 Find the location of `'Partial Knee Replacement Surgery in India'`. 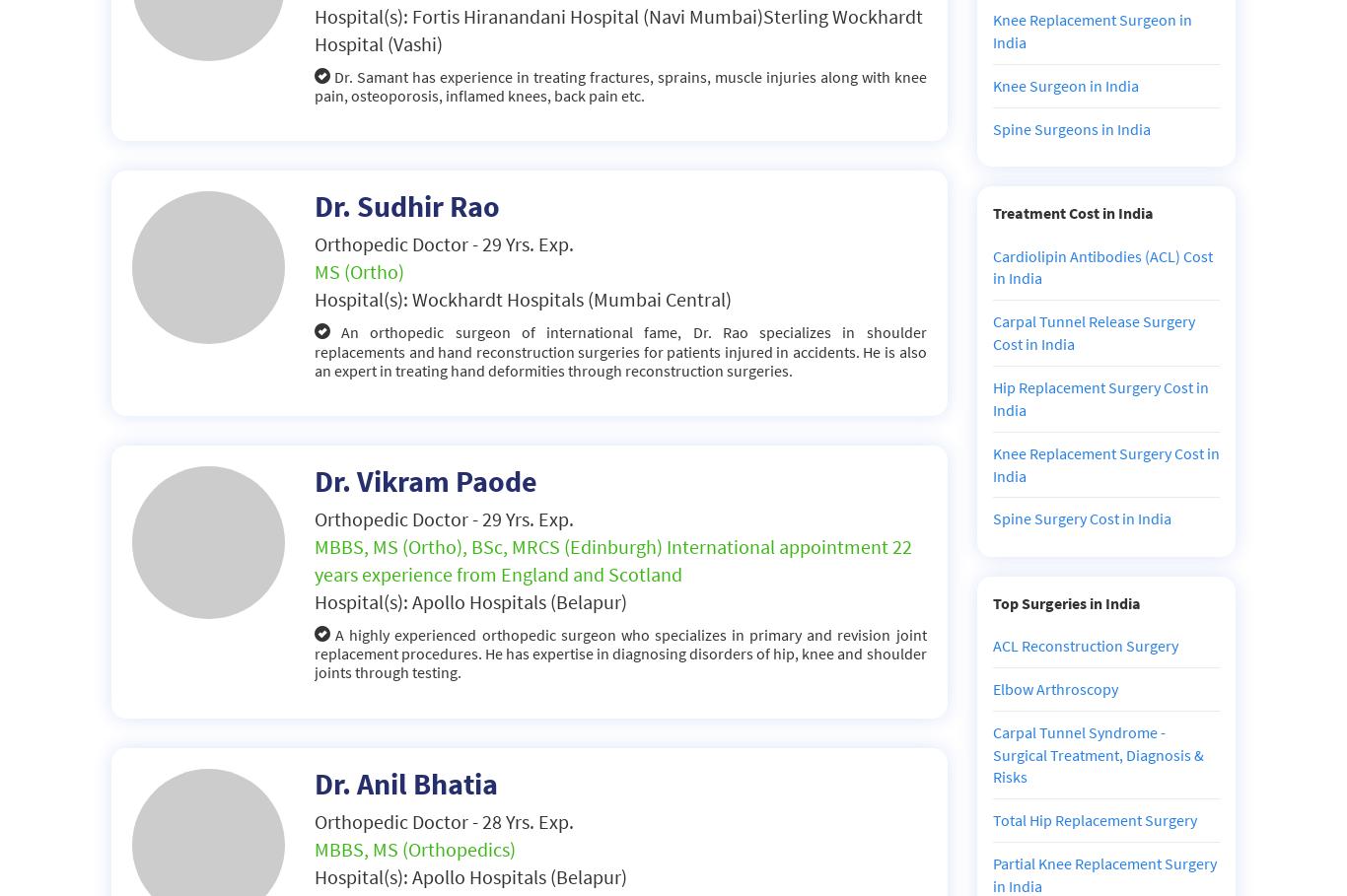

'Partial Knee Replacement Surgery in India' is located at coordinates (1102, 874).